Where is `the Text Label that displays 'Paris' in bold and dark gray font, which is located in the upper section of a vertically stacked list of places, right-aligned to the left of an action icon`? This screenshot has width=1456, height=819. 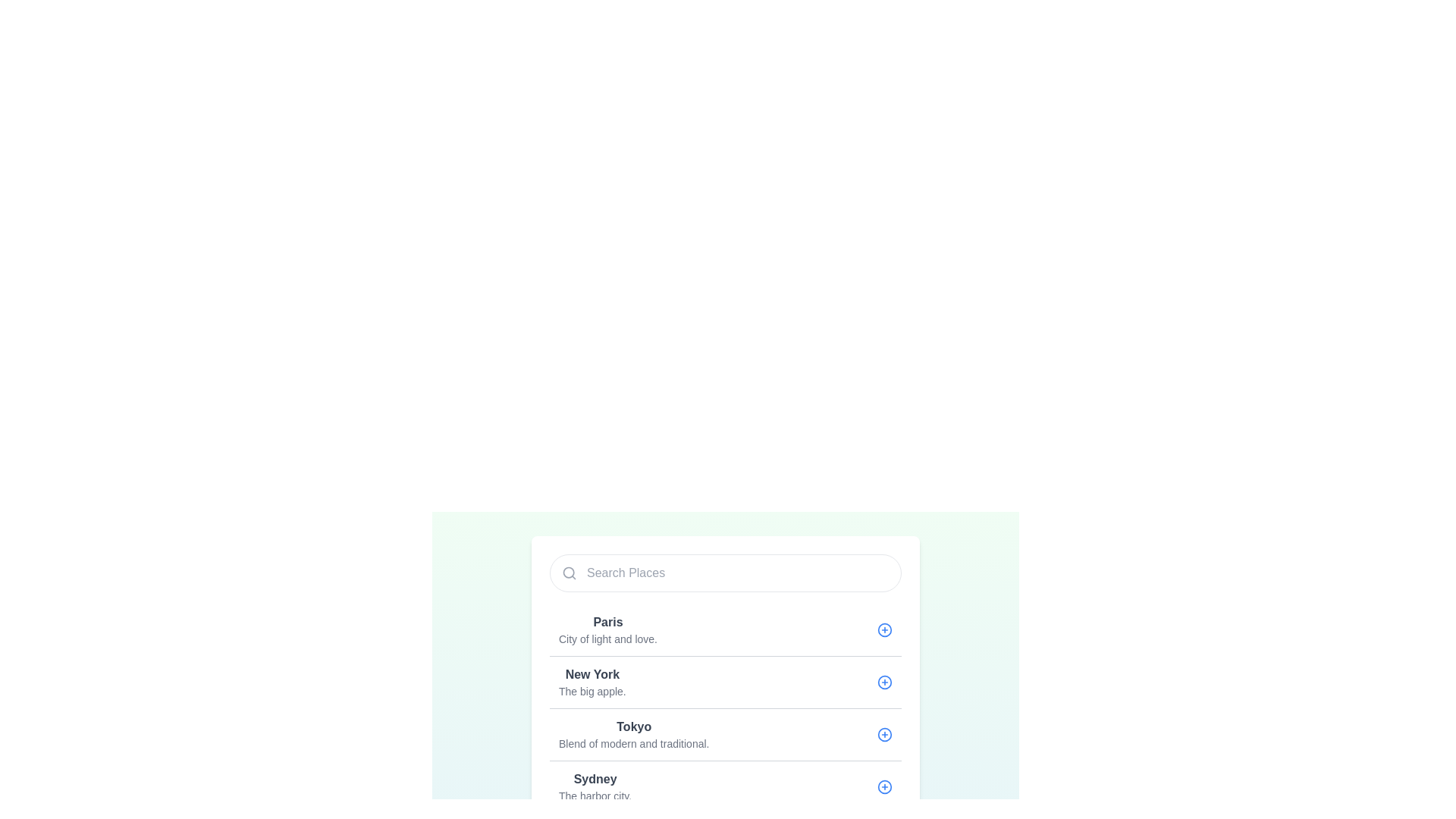
the Text Label that displays 'Paris' in bold and dark gray font, which is located in the upper section of a vertically stacked list of places, right-aligned to the left of an action icon is located at coordinates (607, 629).